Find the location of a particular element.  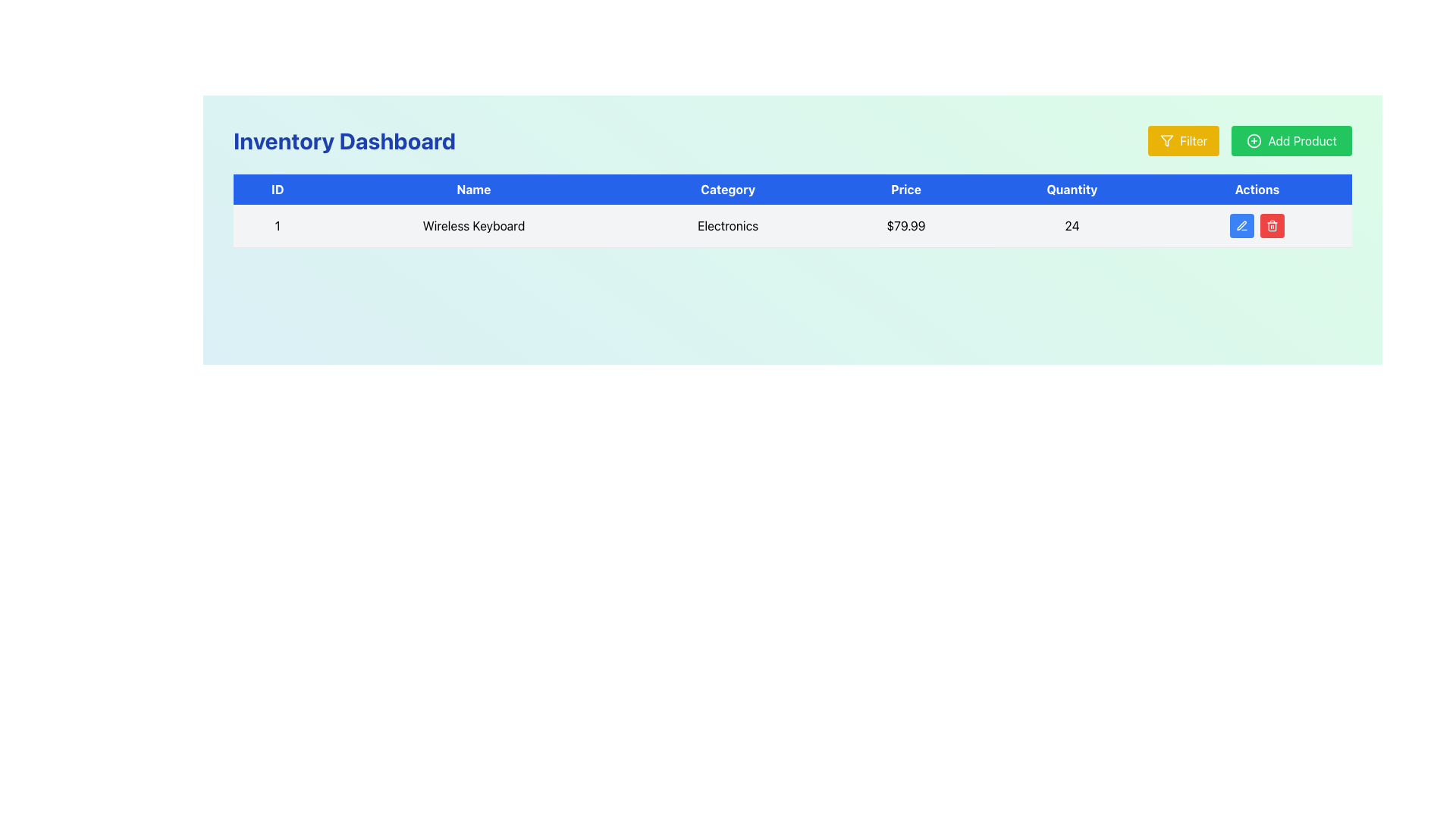

the trash bin icon located is located at coordinates (1272, 227).